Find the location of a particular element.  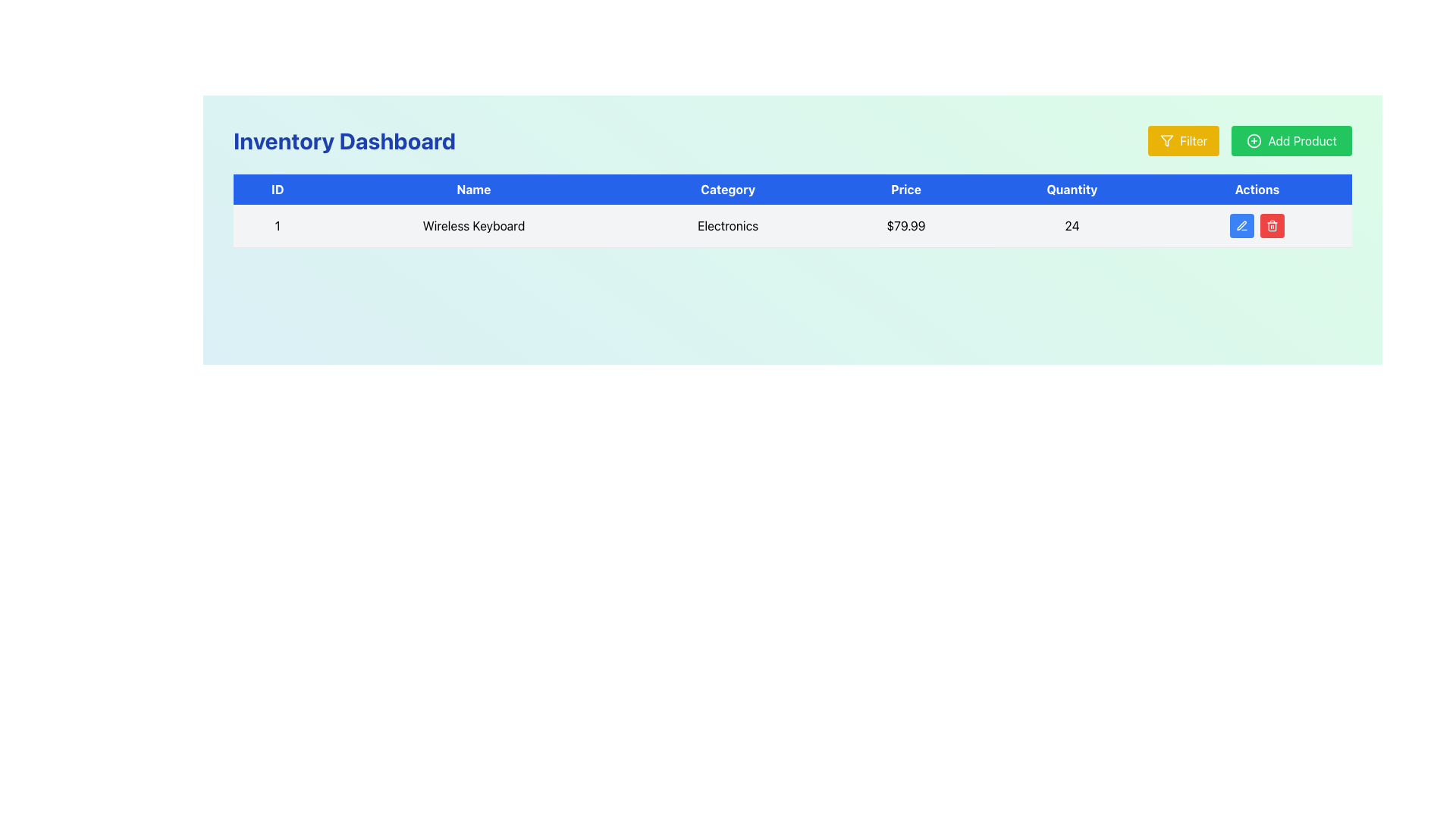

the trash bin icon located is located at coordinates (1272, 227).